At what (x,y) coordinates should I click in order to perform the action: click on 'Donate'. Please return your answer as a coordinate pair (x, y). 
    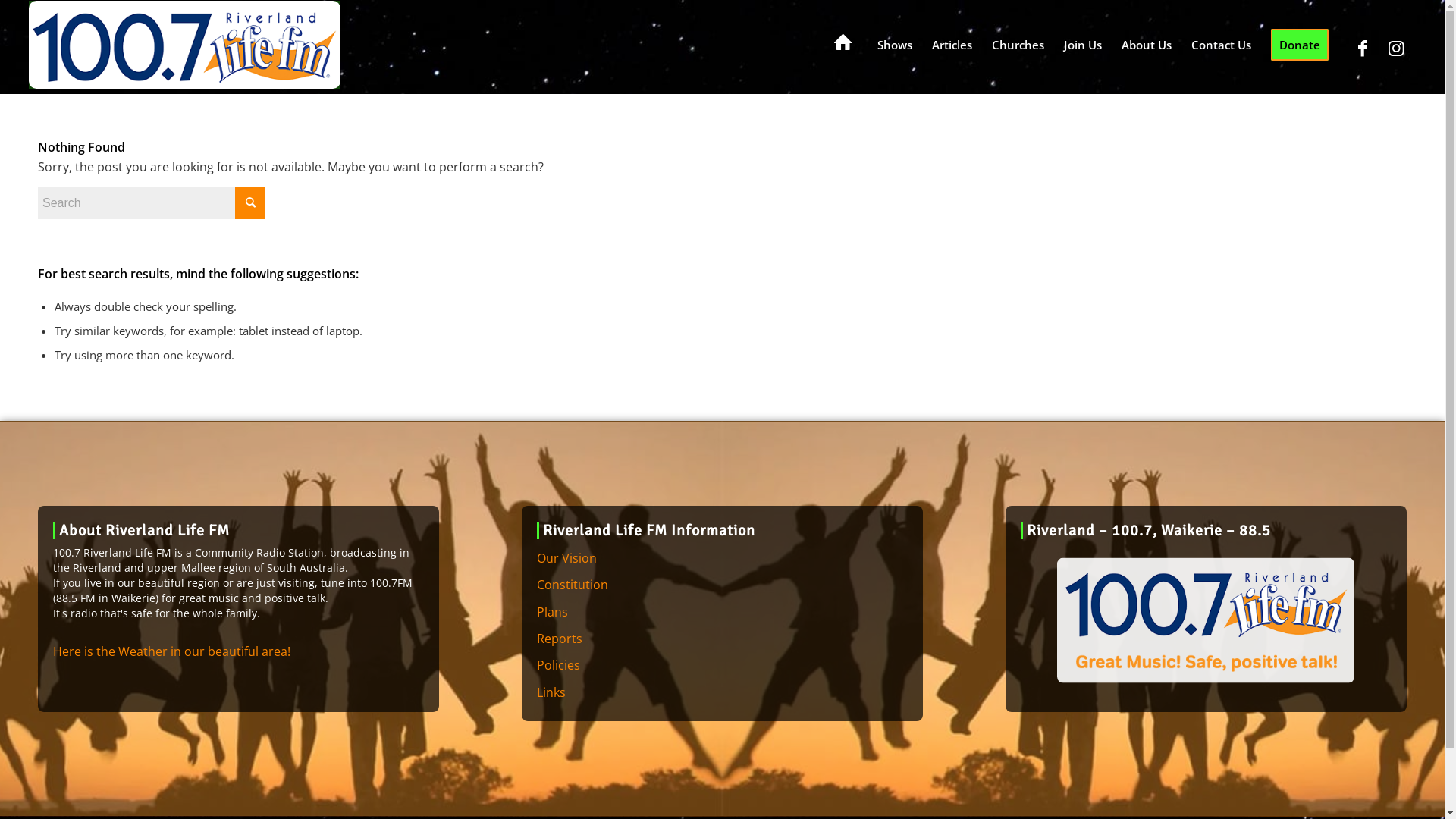
    Looking at the image, I should click on (1260, 43).